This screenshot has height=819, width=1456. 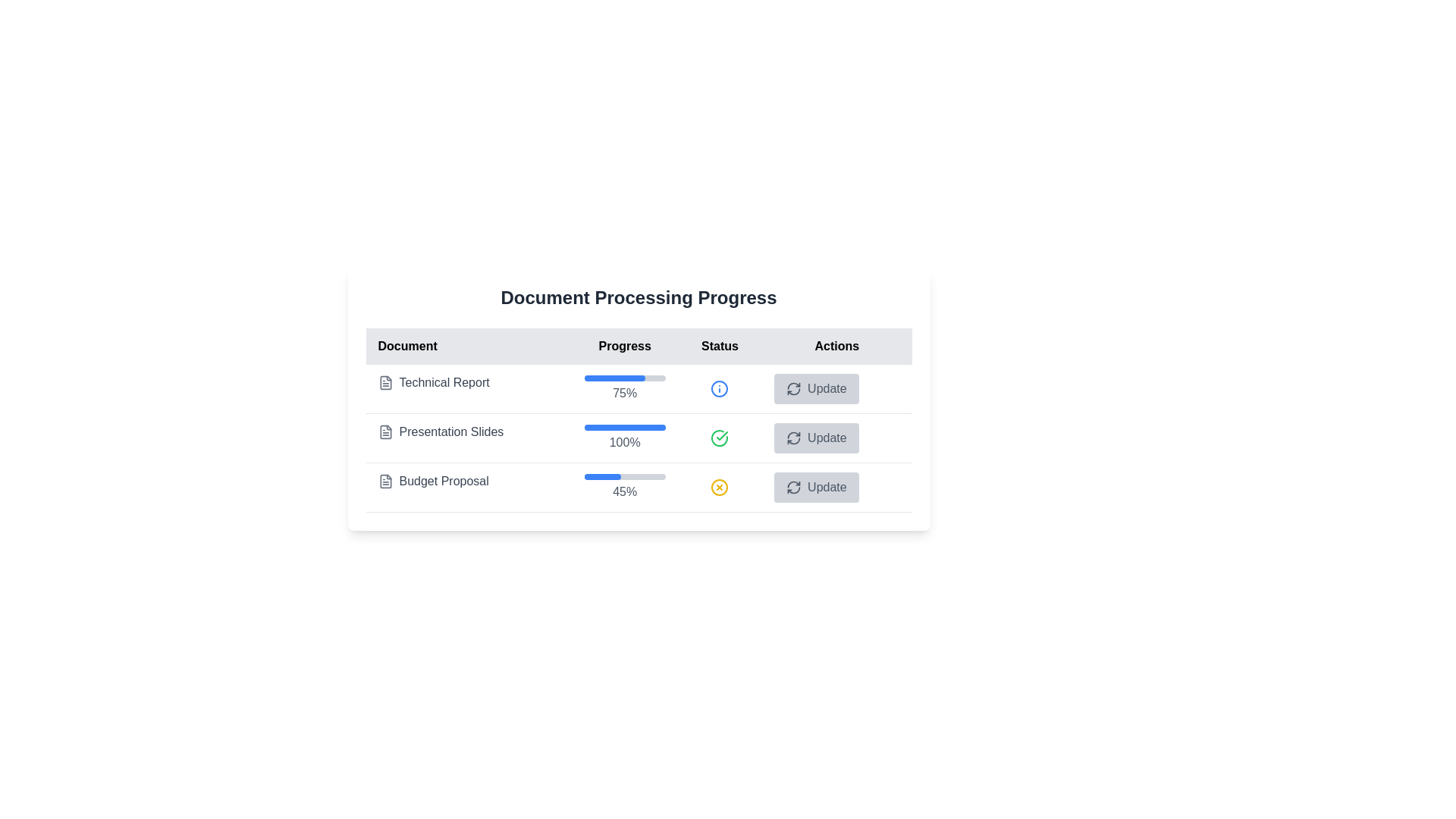 I want to click on the icon representing a document with a folded corner, located in the first column of the first row under the 'Document' header, associated with the 'Technical Report' text, so click(x=385, y=382).